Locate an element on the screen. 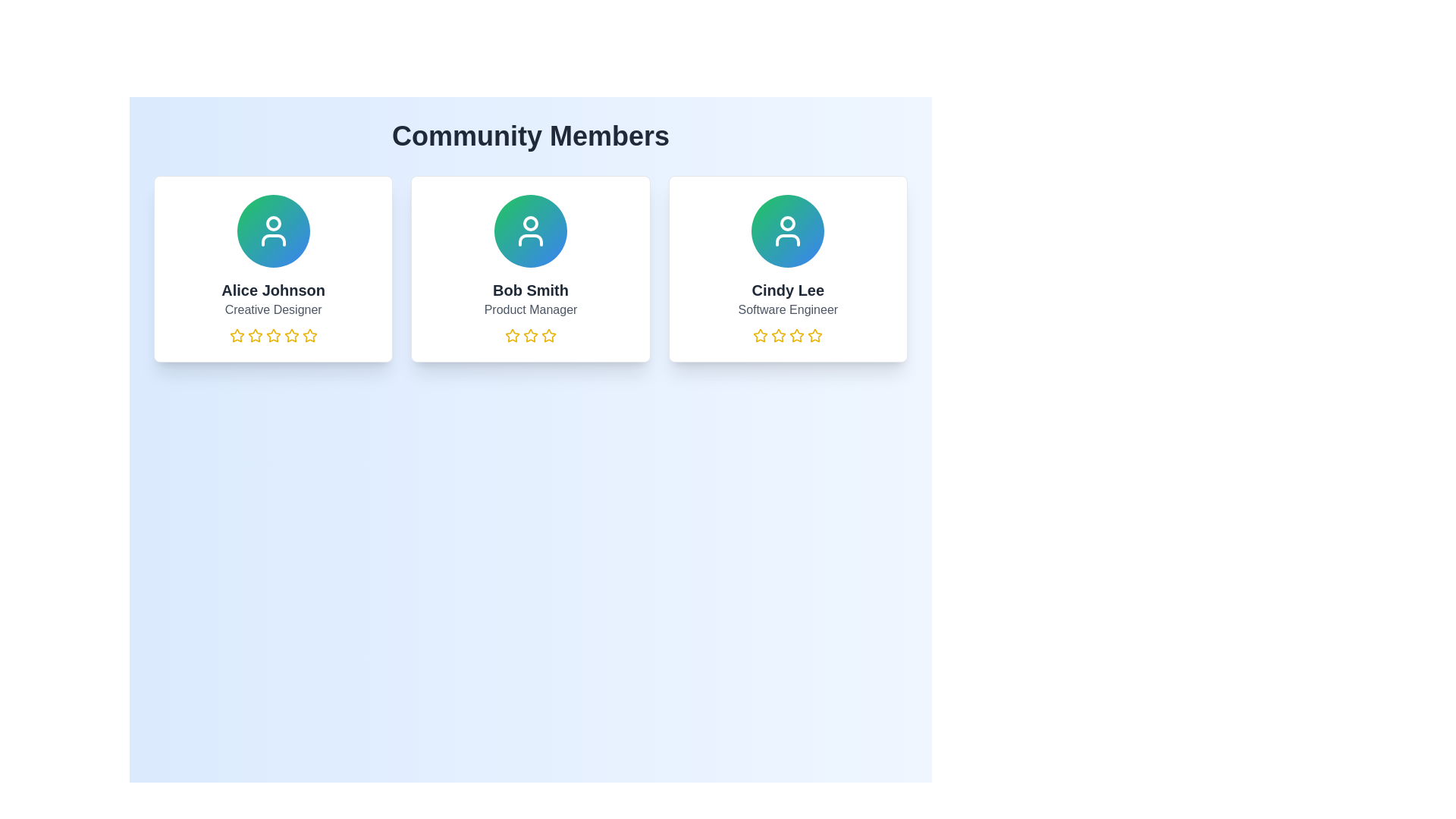  the second star-shaped rating icon in the row of stars for Alice Johnson is located at coordinates (236, 334).